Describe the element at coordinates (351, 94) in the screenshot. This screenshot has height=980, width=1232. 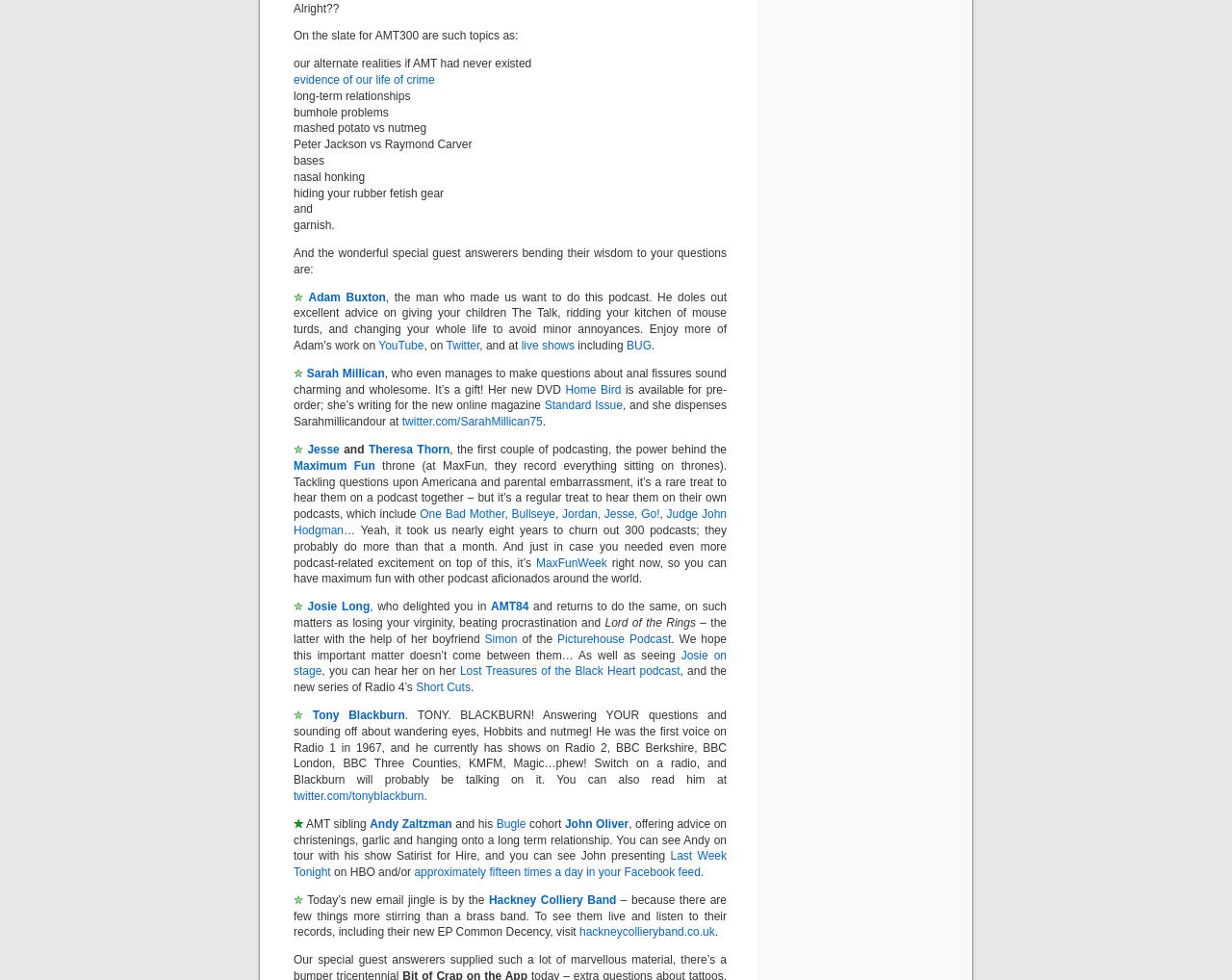
I see `'long-term relationships'` at that location.